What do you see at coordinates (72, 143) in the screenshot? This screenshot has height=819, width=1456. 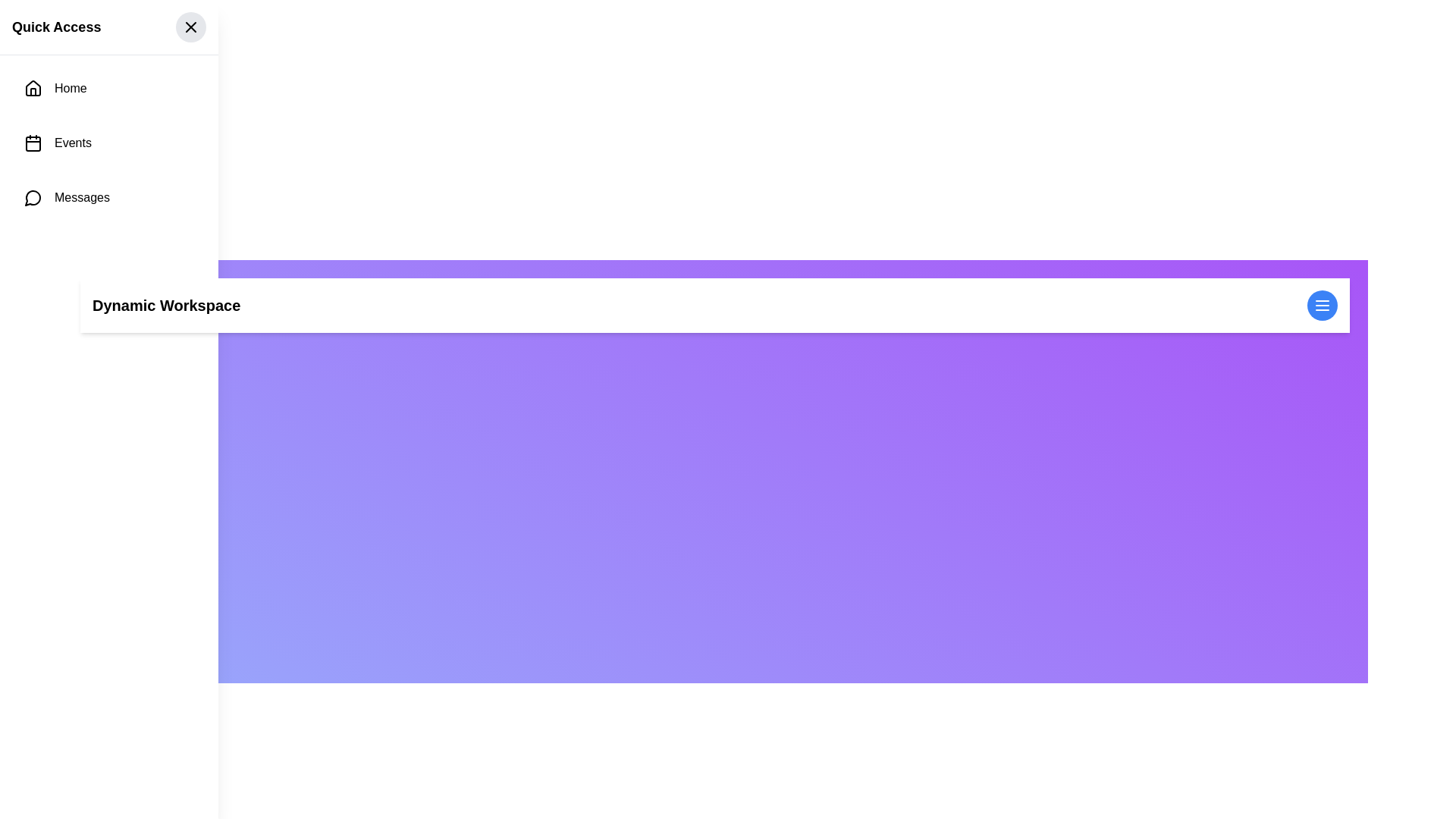 I see `the 'Events' menu item in the sidebar, which is the second item in the vertical list of menu options` at bounding box center [72, 143].